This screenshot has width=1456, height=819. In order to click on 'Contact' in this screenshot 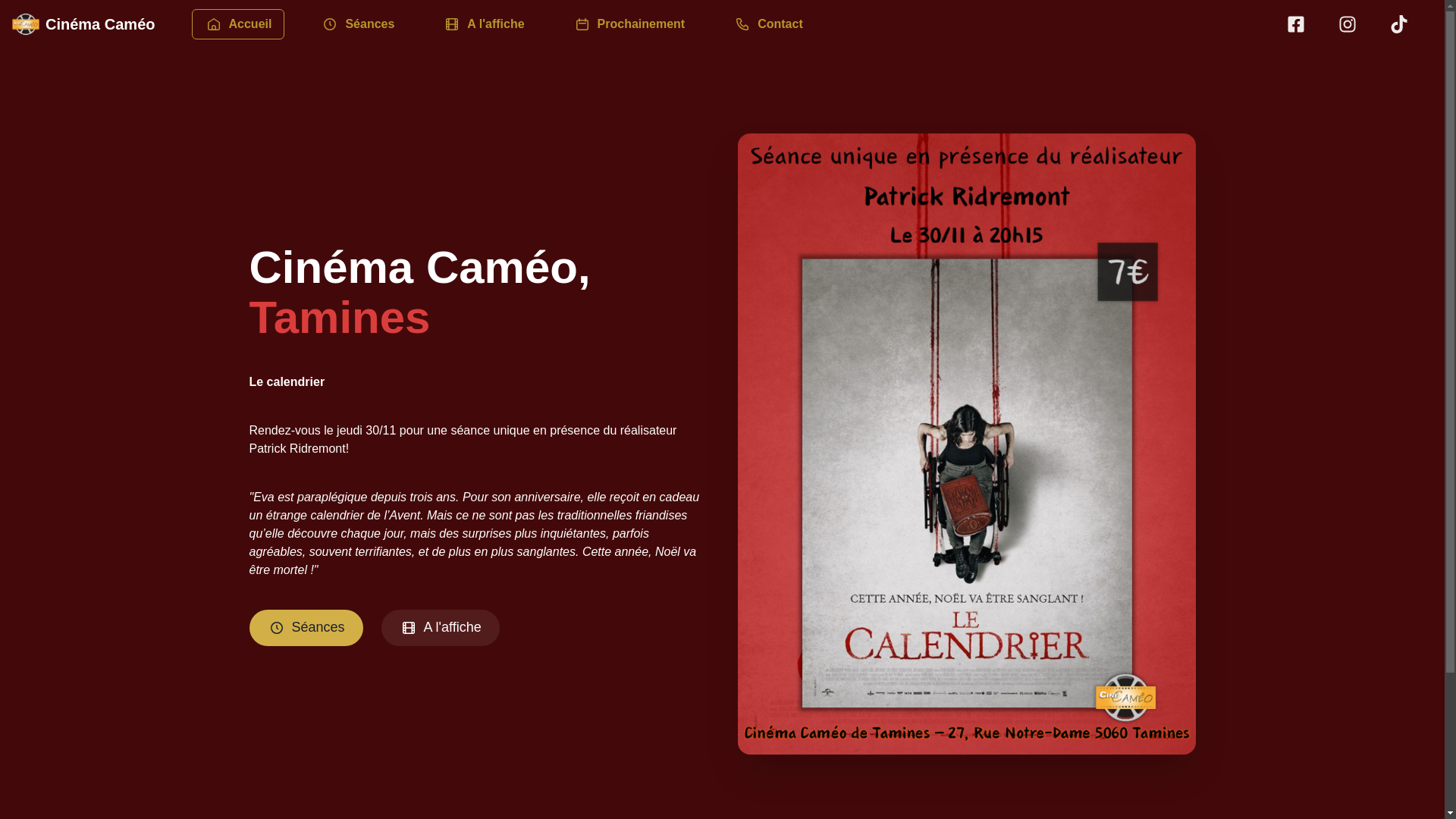, I will do `click(767, 23)`.